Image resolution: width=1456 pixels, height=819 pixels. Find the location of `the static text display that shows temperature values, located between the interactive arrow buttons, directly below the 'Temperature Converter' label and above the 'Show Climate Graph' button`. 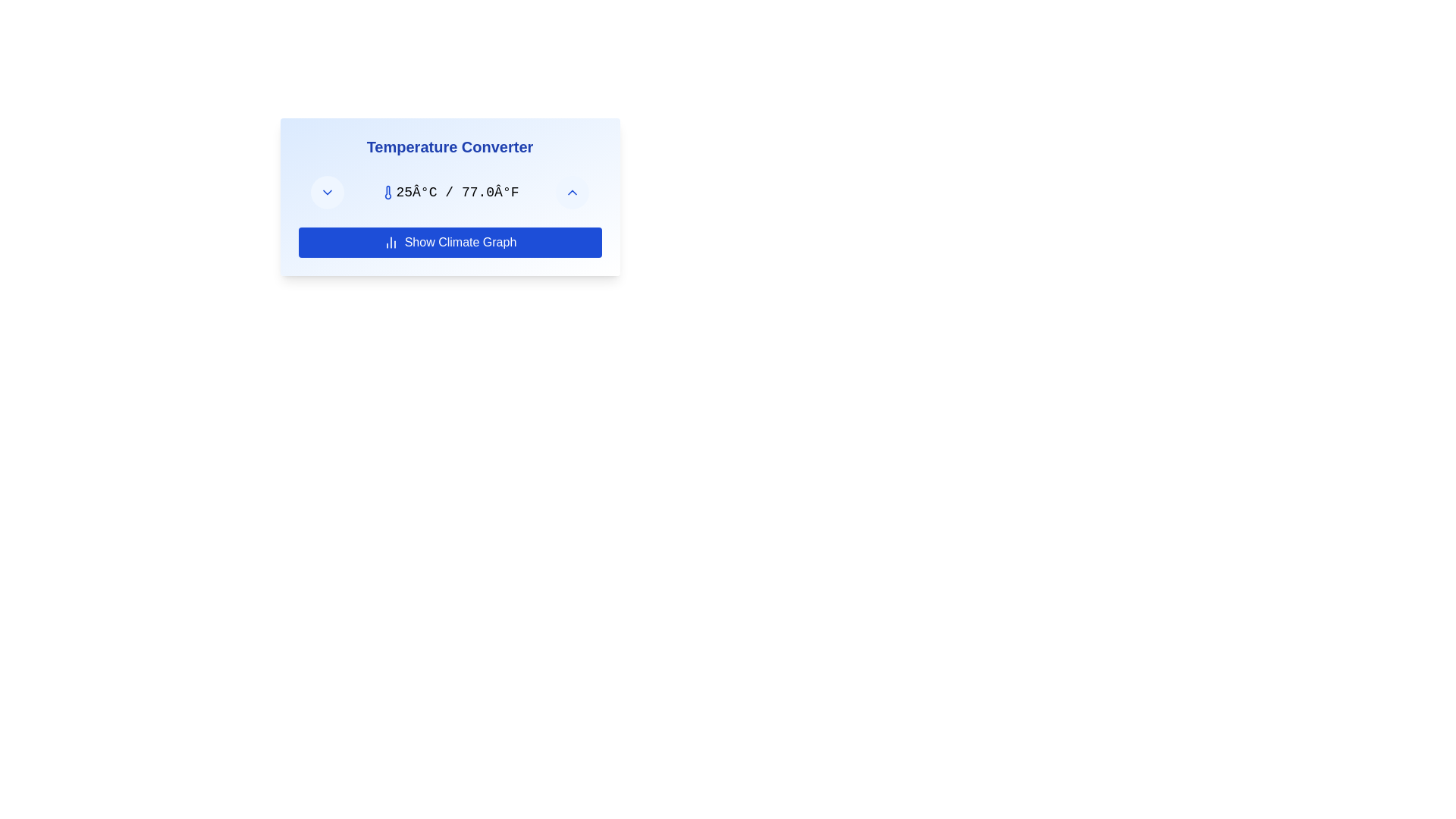

the static text display that shows temperature values, located between the interactive arrow buttons, directly below the 'Temperature Converter' label and above the 'Show Climate Graph' button is located at coordinates (449, 192).